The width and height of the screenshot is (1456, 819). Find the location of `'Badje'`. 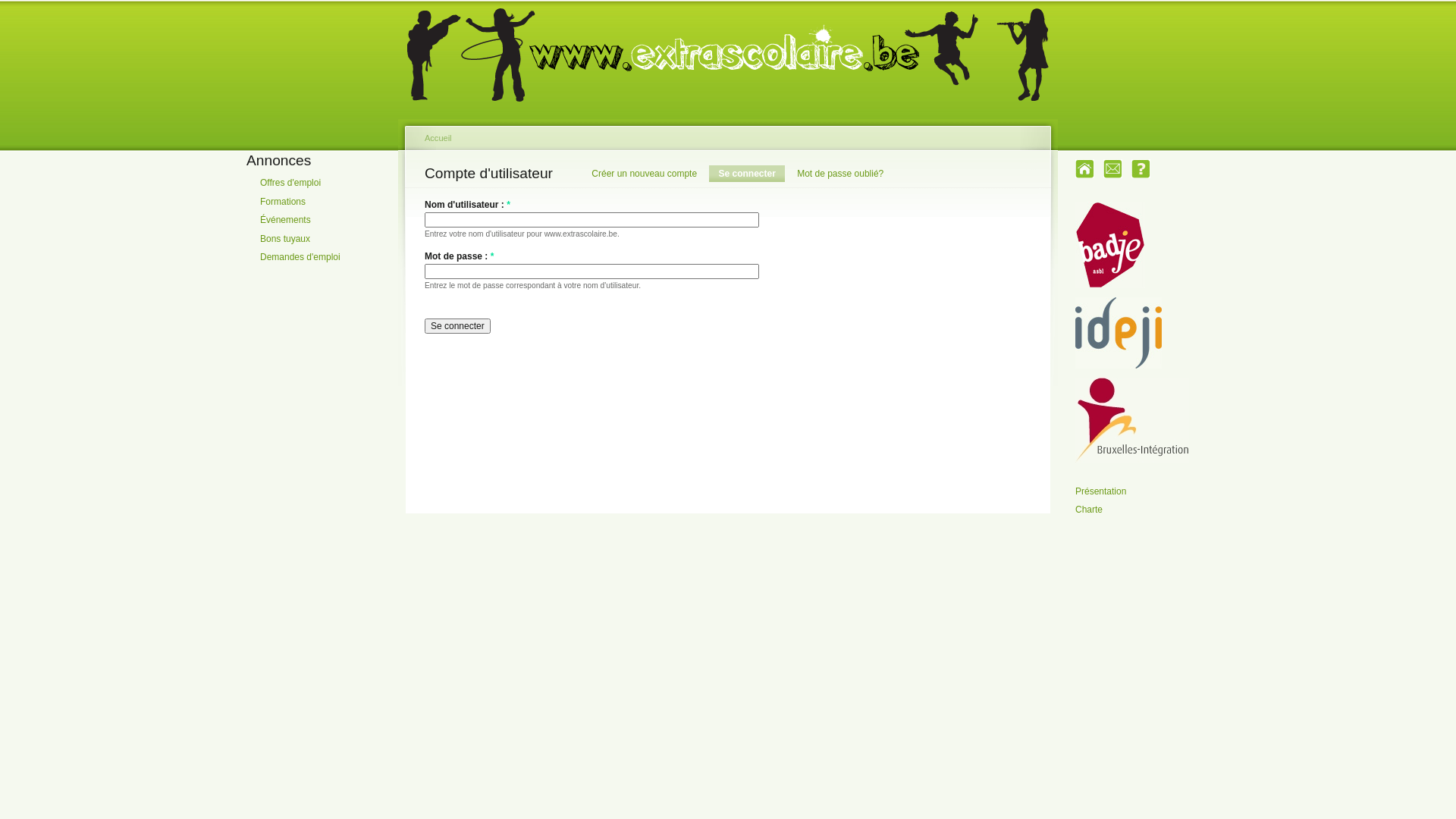

'Badje' is located at coordinates (1110, 244).